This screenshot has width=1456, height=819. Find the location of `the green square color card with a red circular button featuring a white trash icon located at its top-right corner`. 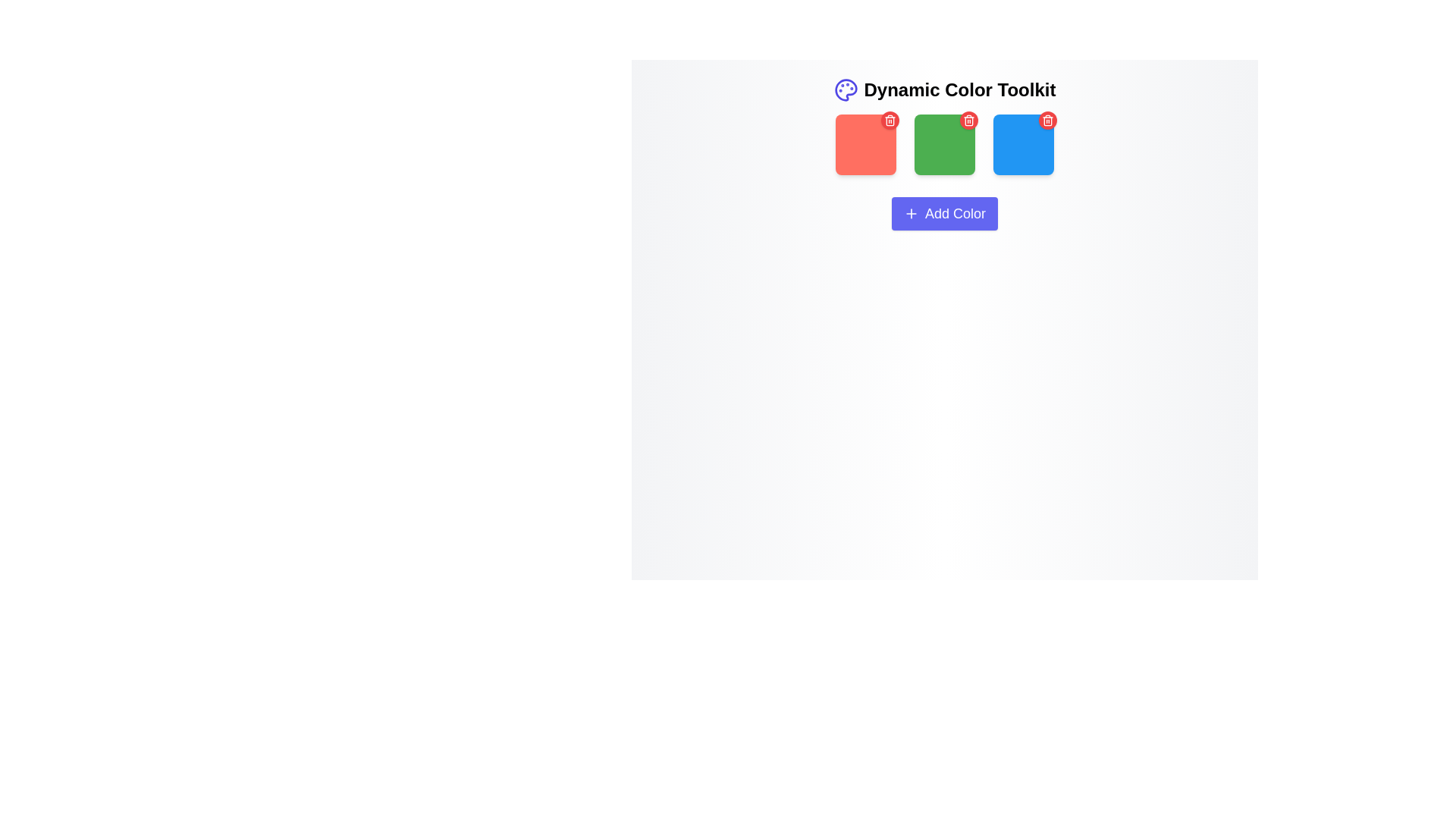

the green square color card with a red circular button featuring a white trash icon located at its top-right corner is located at coordinates (944, 146).